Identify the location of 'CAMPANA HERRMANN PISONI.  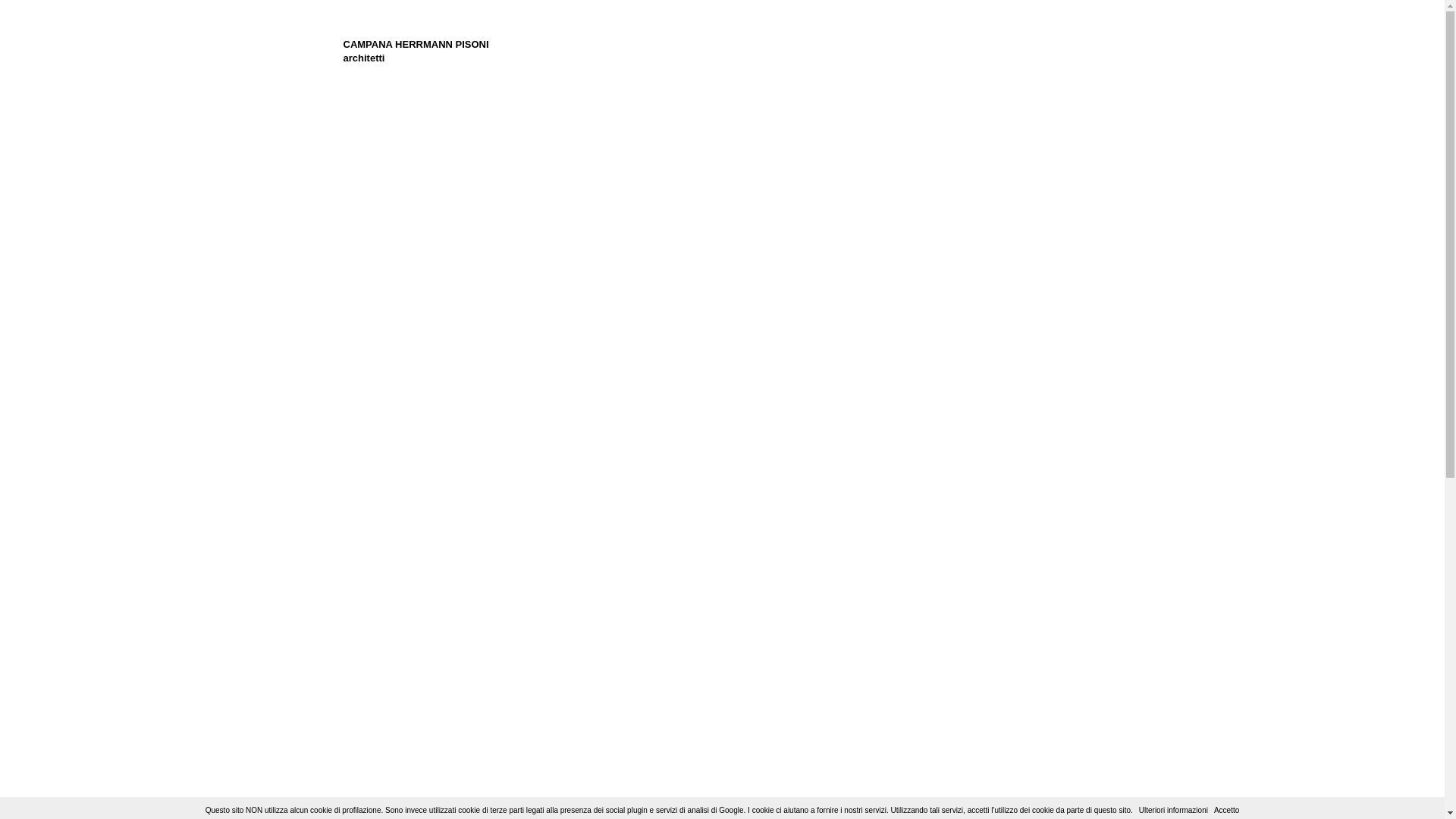
(341, 50).